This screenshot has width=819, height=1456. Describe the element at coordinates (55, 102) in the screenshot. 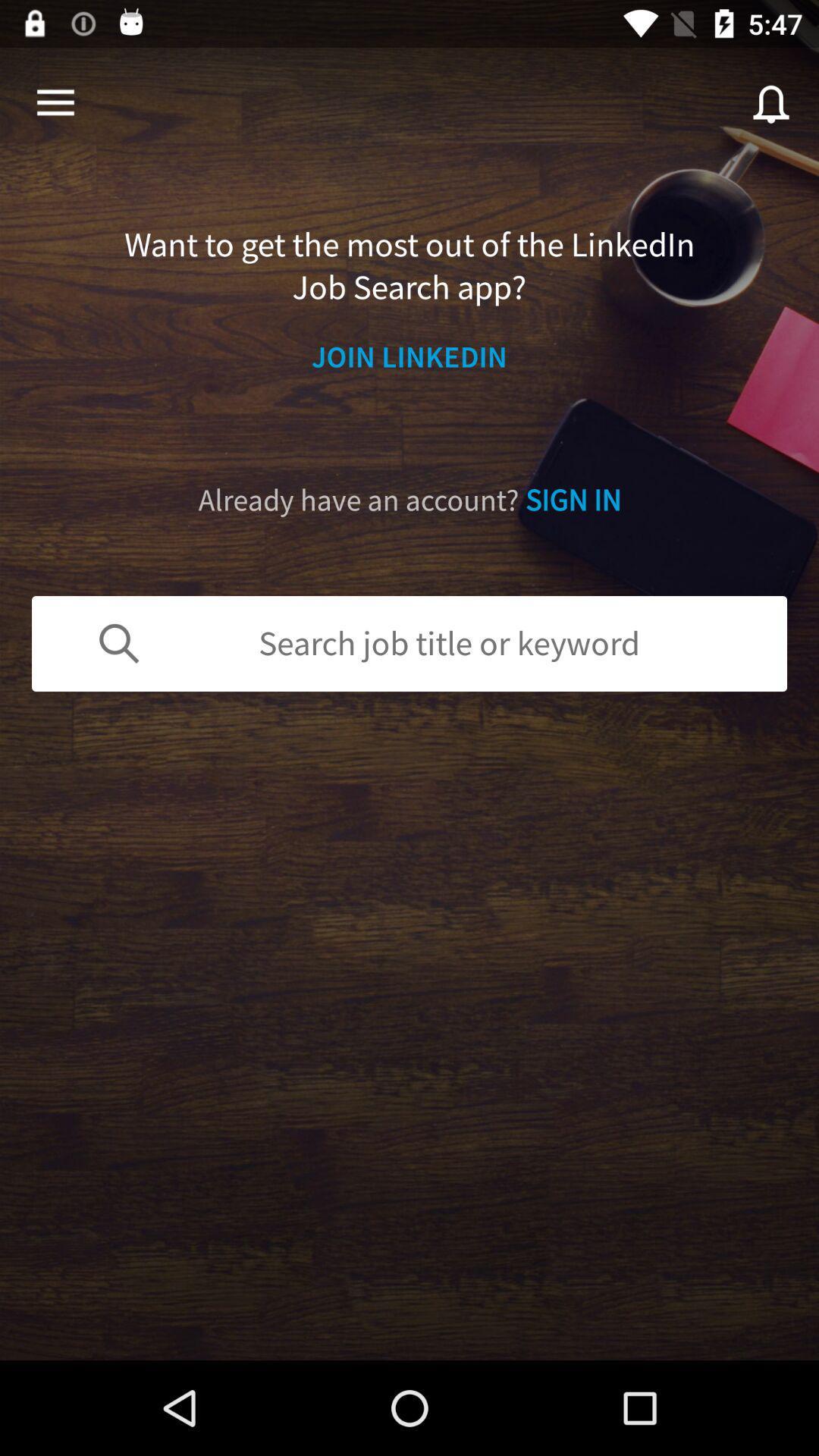

I see `item next to search icon` at that location.